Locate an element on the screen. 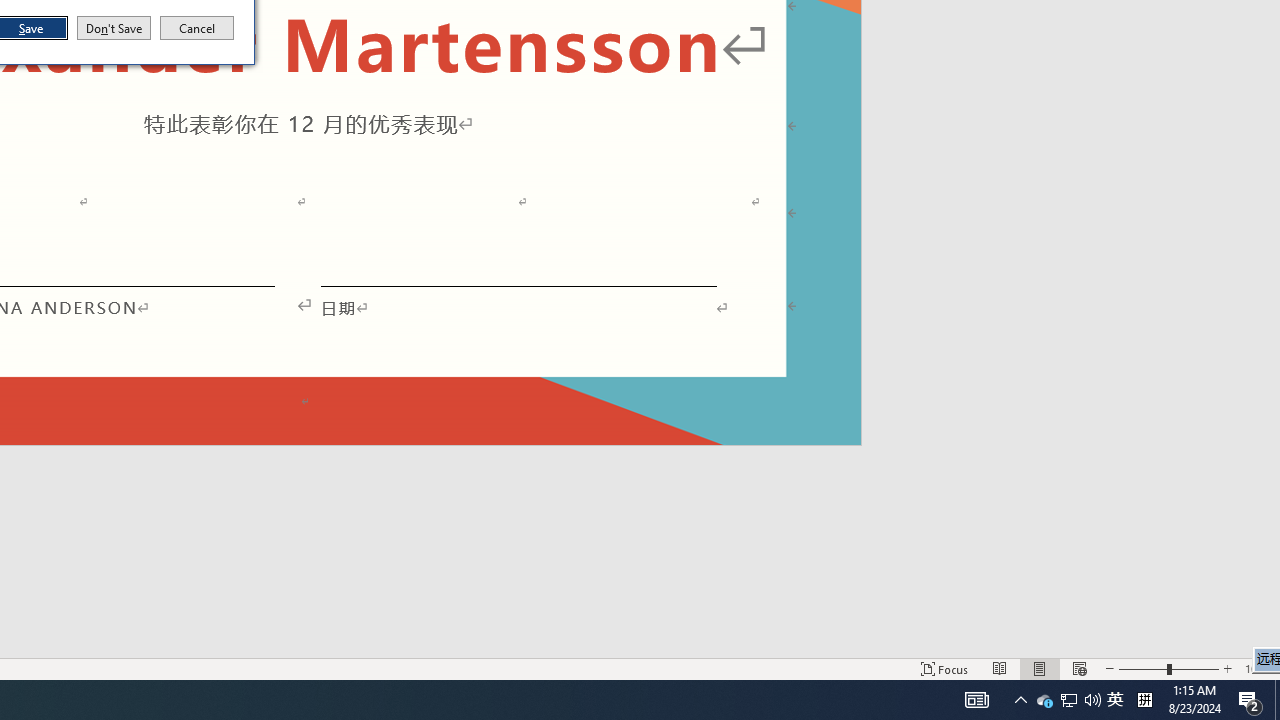  'Zoom In' is located at coordinates (1226, 669).